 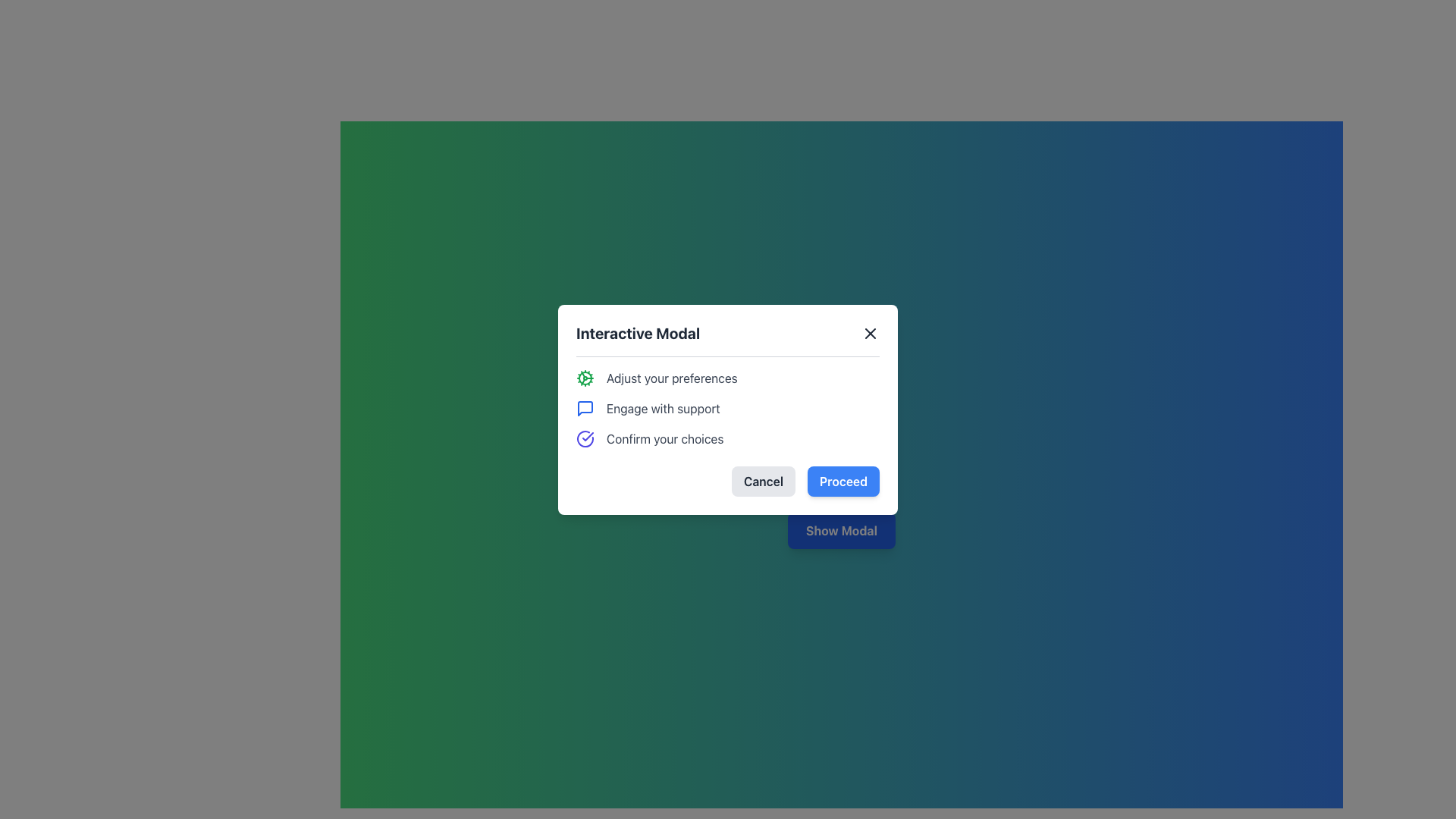 What do you see at coordinates (585, 406) in the screenshot?
I see `the conversation bubble icon representing messages, located in the modal interface under the 'Engage with support' option` at bounding box center [585, 406].